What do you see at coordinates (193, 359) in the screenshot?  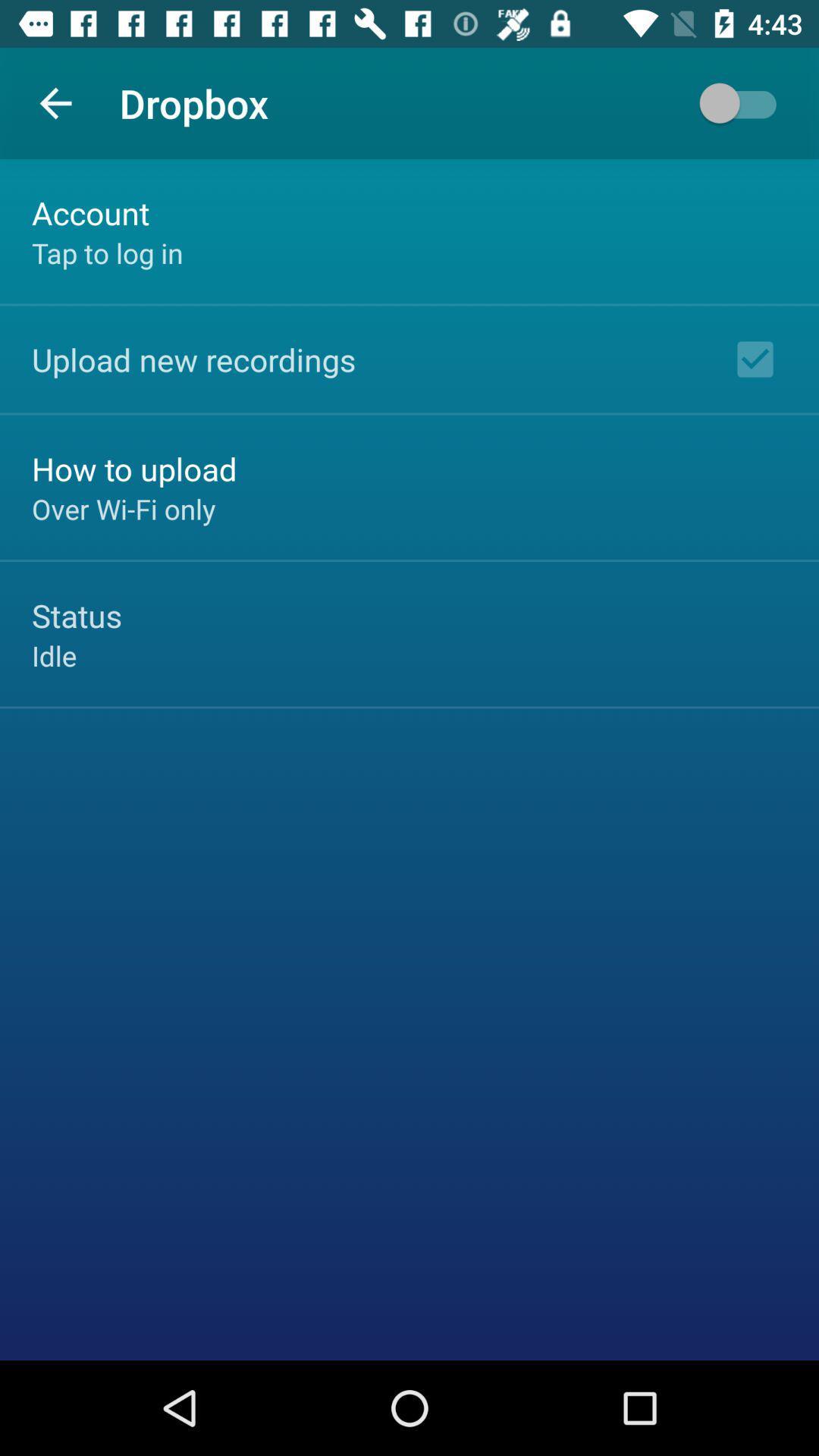 I see `the icon above the how to upload icon` at bounding box center [193, 359].